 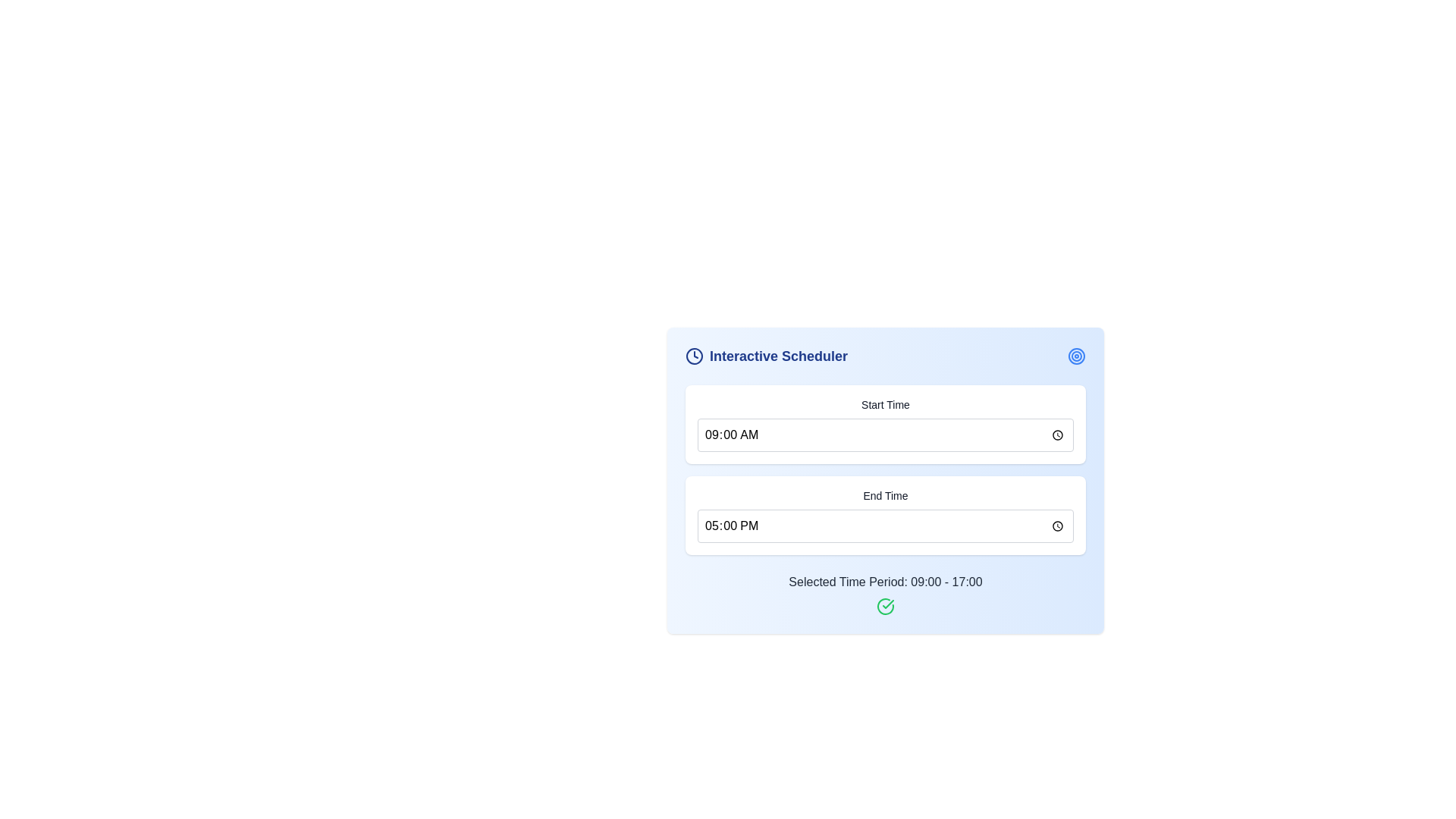 I want to click on the 'Start Time' static text label displayed in a medium-sized, bold font with a dark color on a white background, located above the time selection input field in the scheduler interface, so click(x=885, y=403).